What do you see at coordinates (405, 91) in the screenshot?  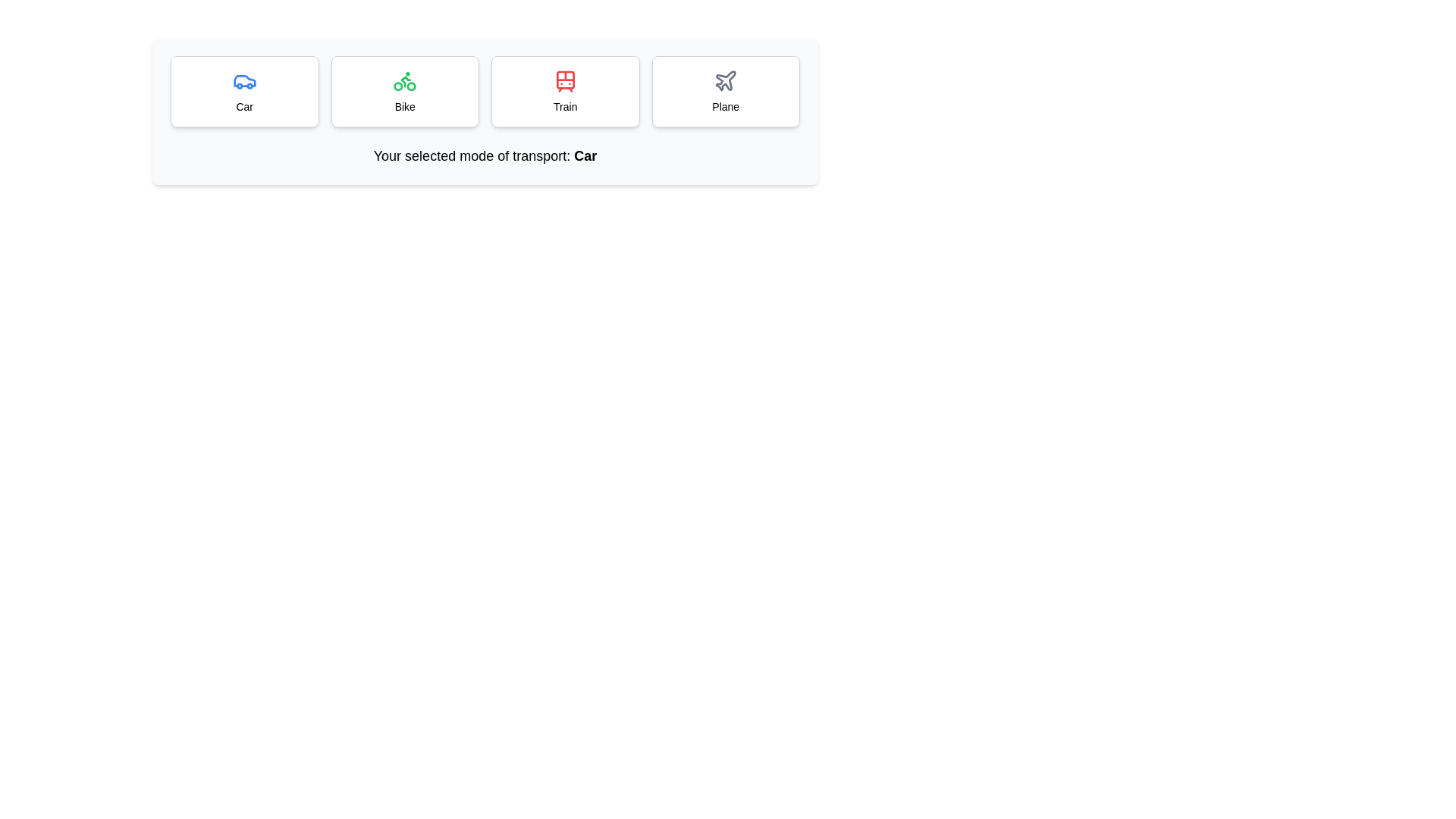 I see `on the Interactive Card labeled 'Bike'` at bounding box center [405, 91].